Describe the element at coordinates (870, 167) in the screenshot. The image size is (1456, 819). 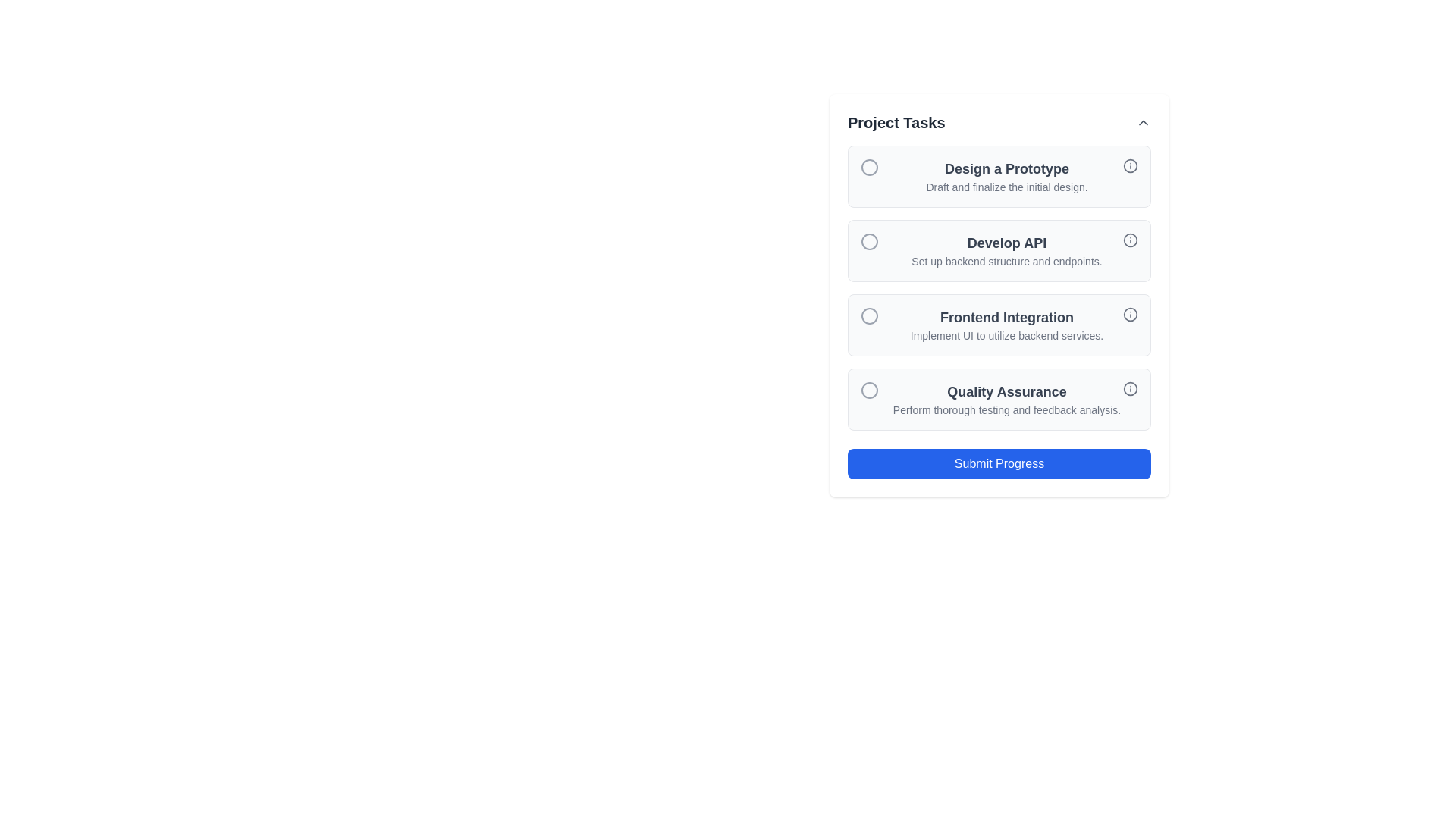
I see `the Checkbox-like circular marker located to the left of the 'Design a Prototype' text` at that location.